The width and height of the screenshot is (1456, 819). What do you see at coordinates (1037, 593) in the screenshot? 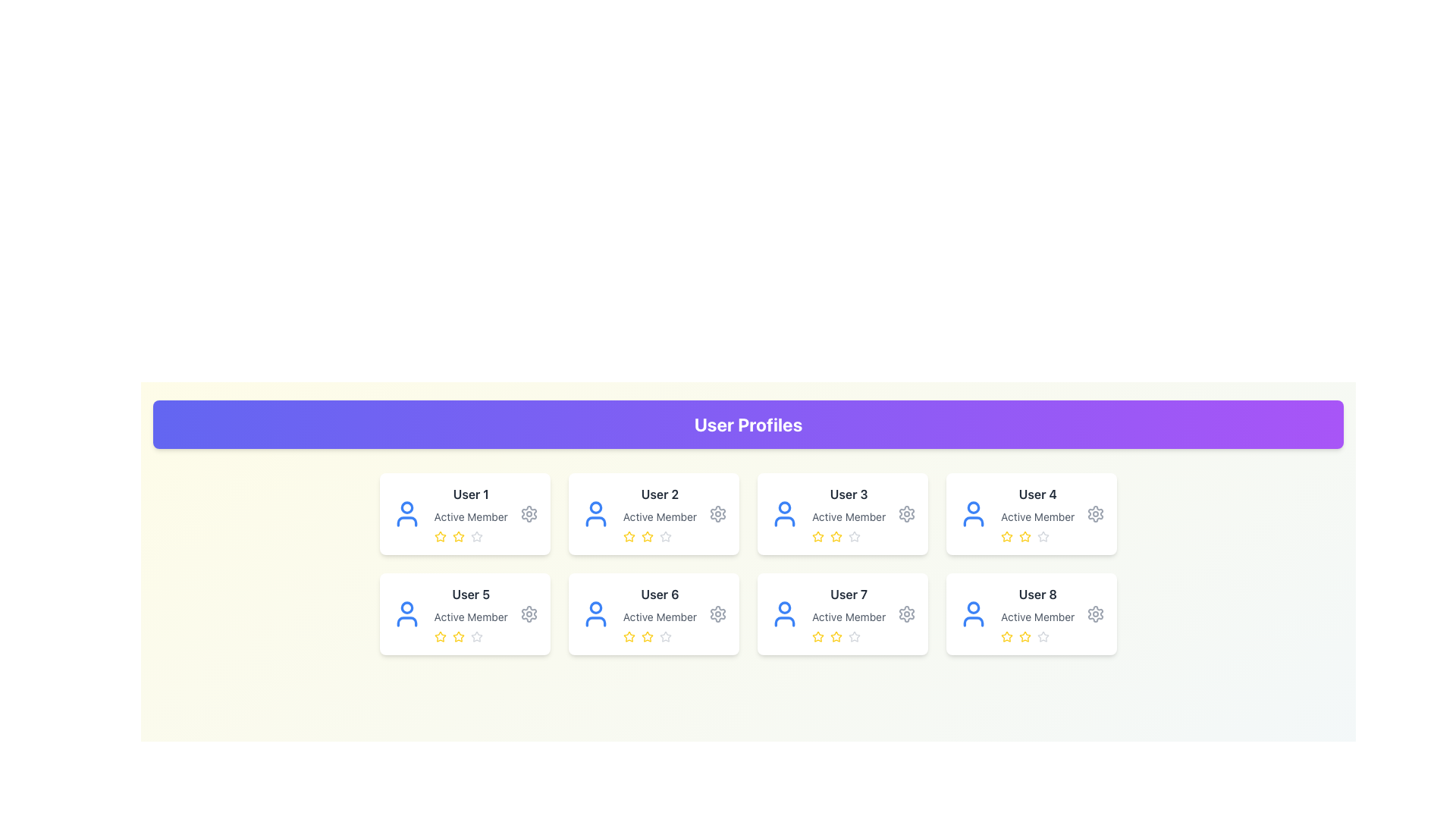
I see `the static text field displaying 'User 8' in a bold font, located at the top of the user profile card` at bounding box center [1037, 593].